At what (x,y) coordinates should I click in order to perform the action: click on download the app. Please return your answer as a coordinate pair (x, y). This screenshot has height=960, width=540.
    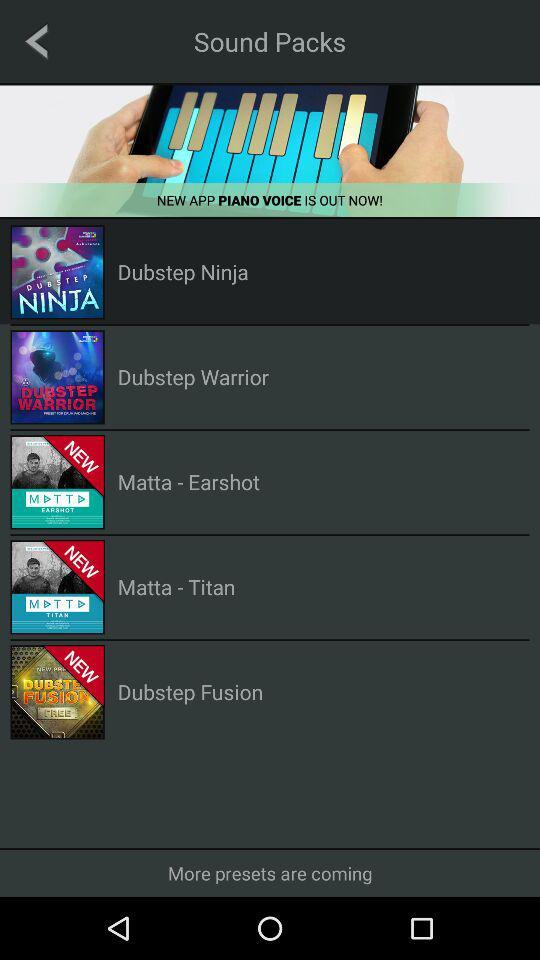
    Looking at the image, I should click on (270, 150).